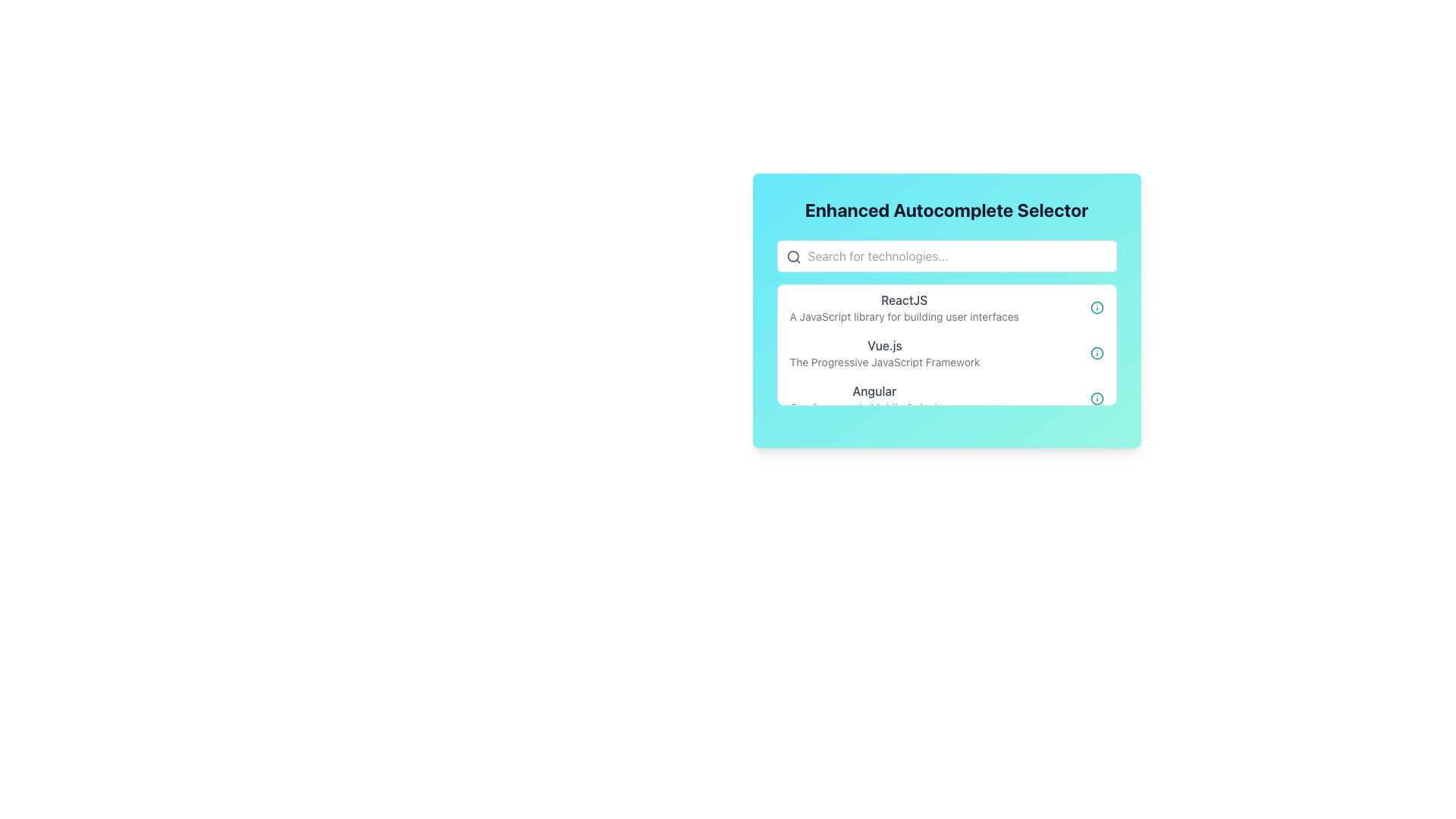  I want to click on the first item, so click(946, 307).